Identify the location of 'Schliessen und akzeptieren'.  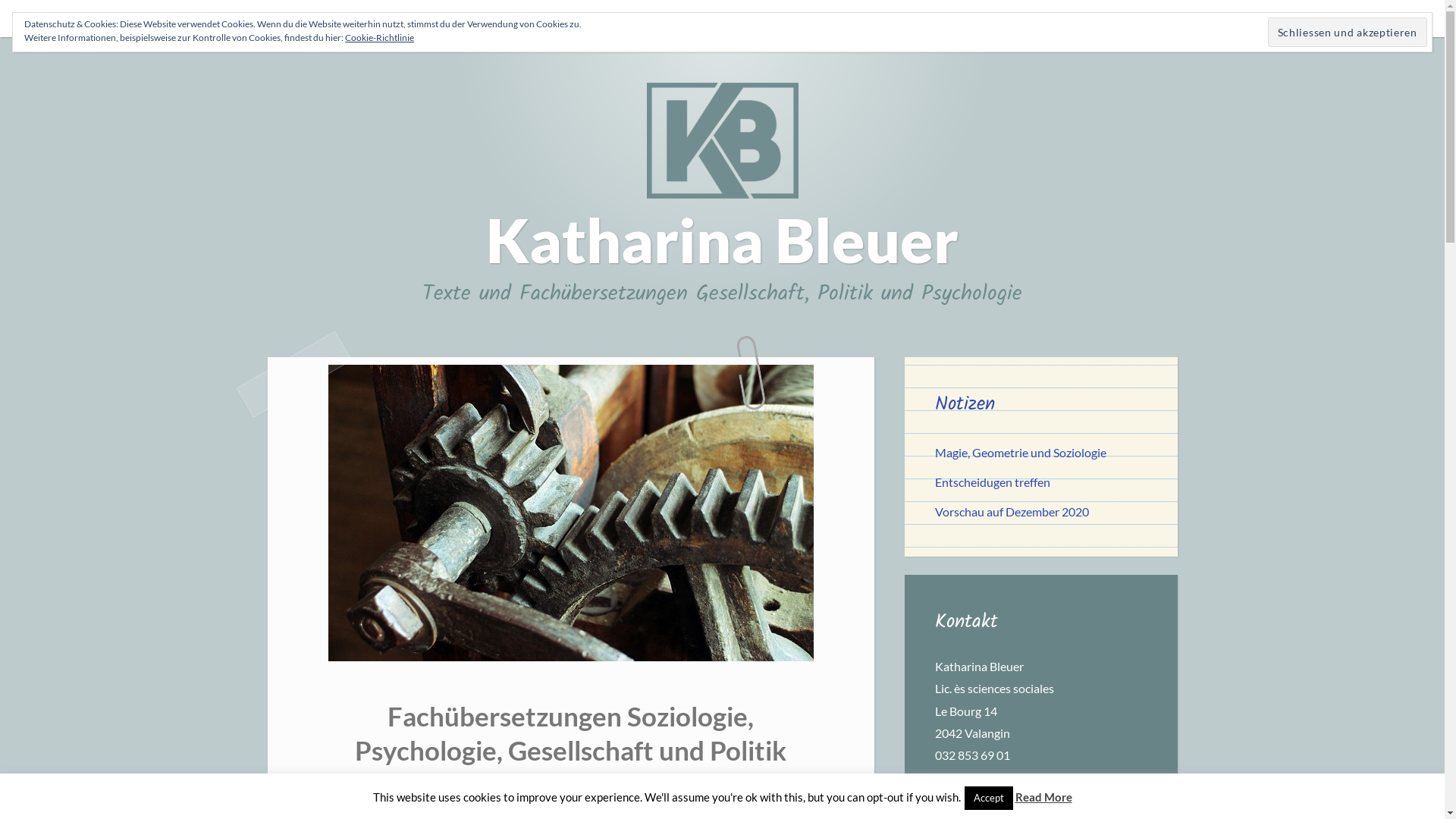
(1347, 32).